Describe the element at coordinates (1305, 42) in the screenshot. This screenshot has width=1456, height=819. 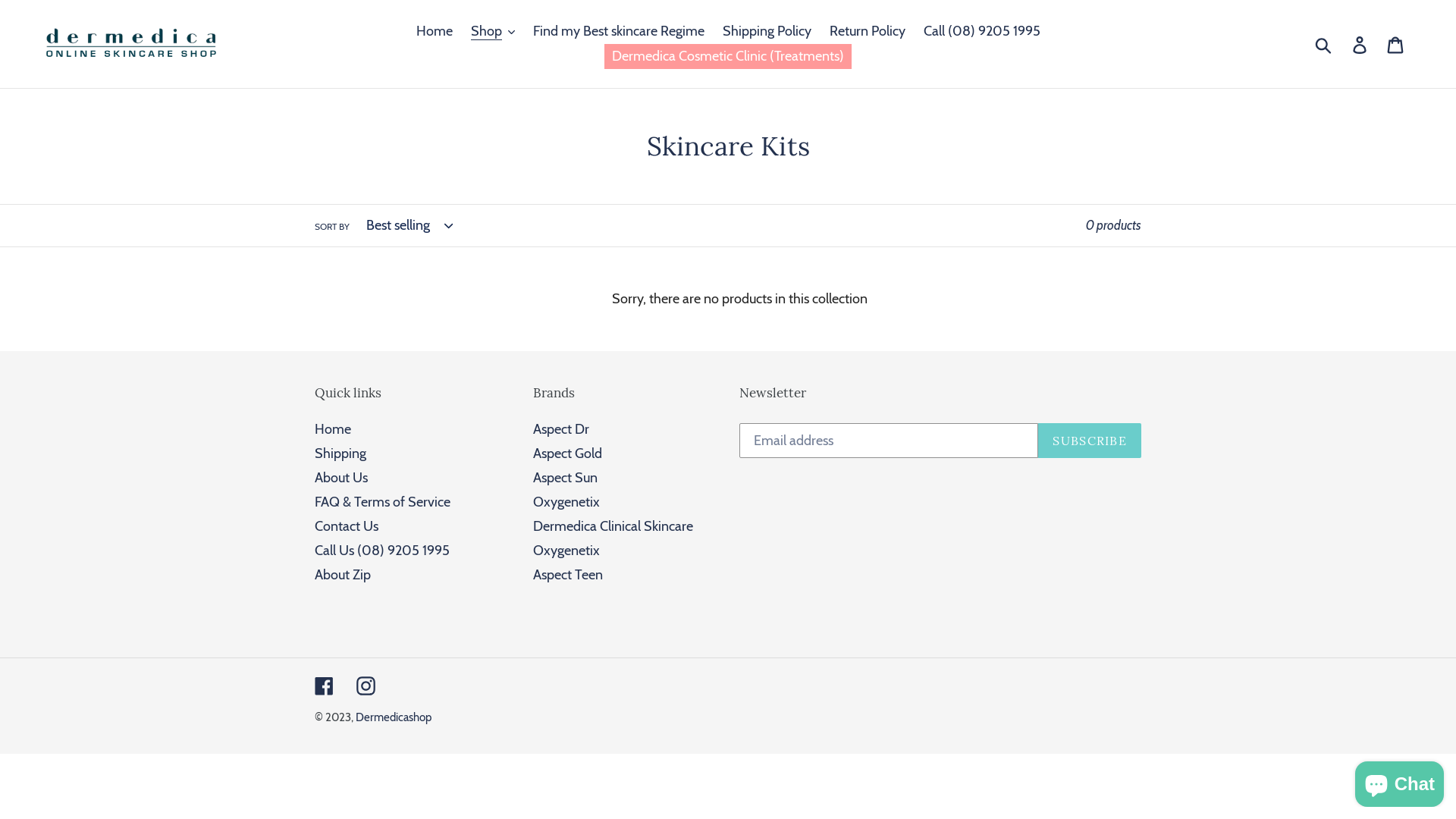
I see `'Submit'` at that location.